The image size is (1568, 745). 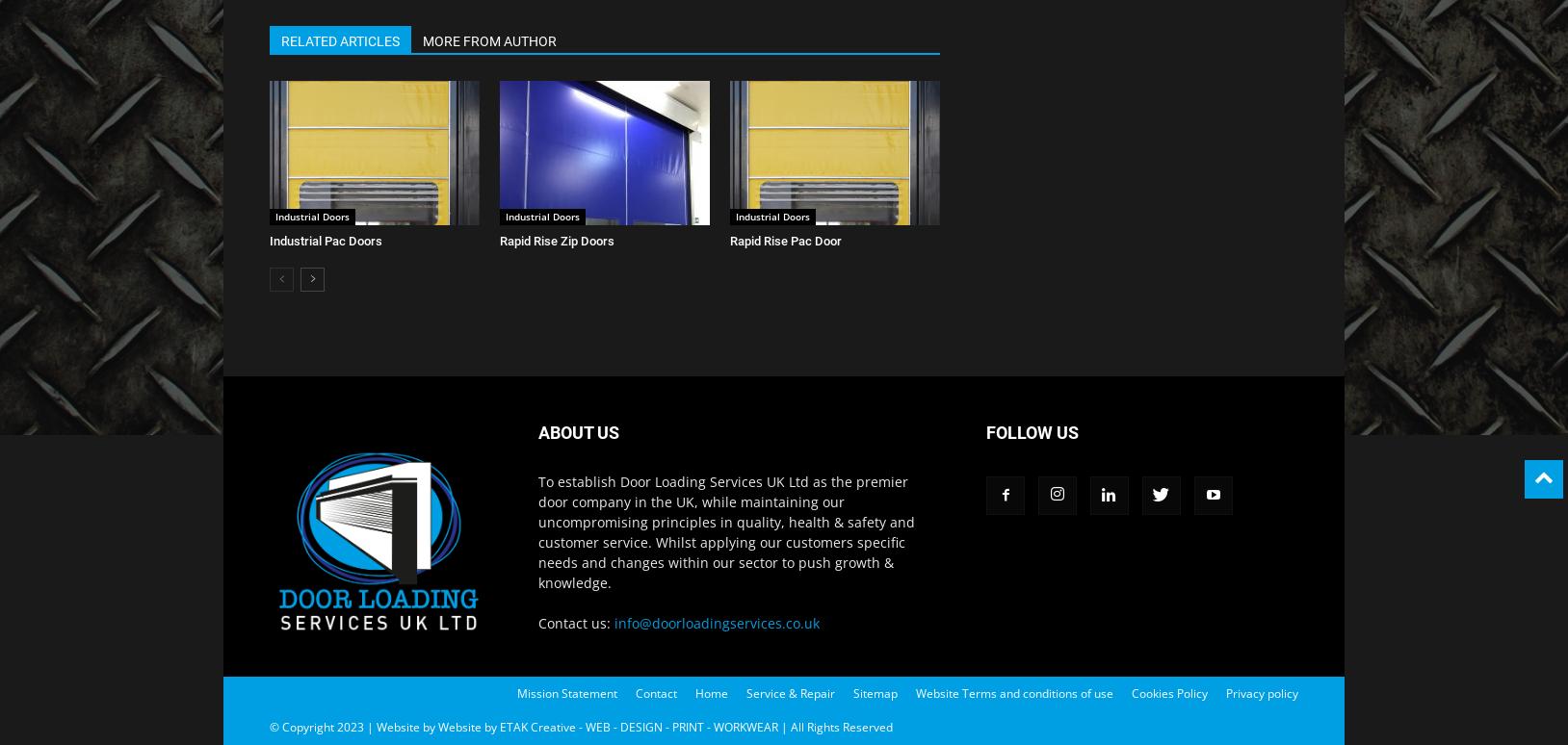 What do you see at coordinates (717, 623) in the screenshot?
I see `'info@doorloadingservices.co.uk'` at bounding box center [717, 623].